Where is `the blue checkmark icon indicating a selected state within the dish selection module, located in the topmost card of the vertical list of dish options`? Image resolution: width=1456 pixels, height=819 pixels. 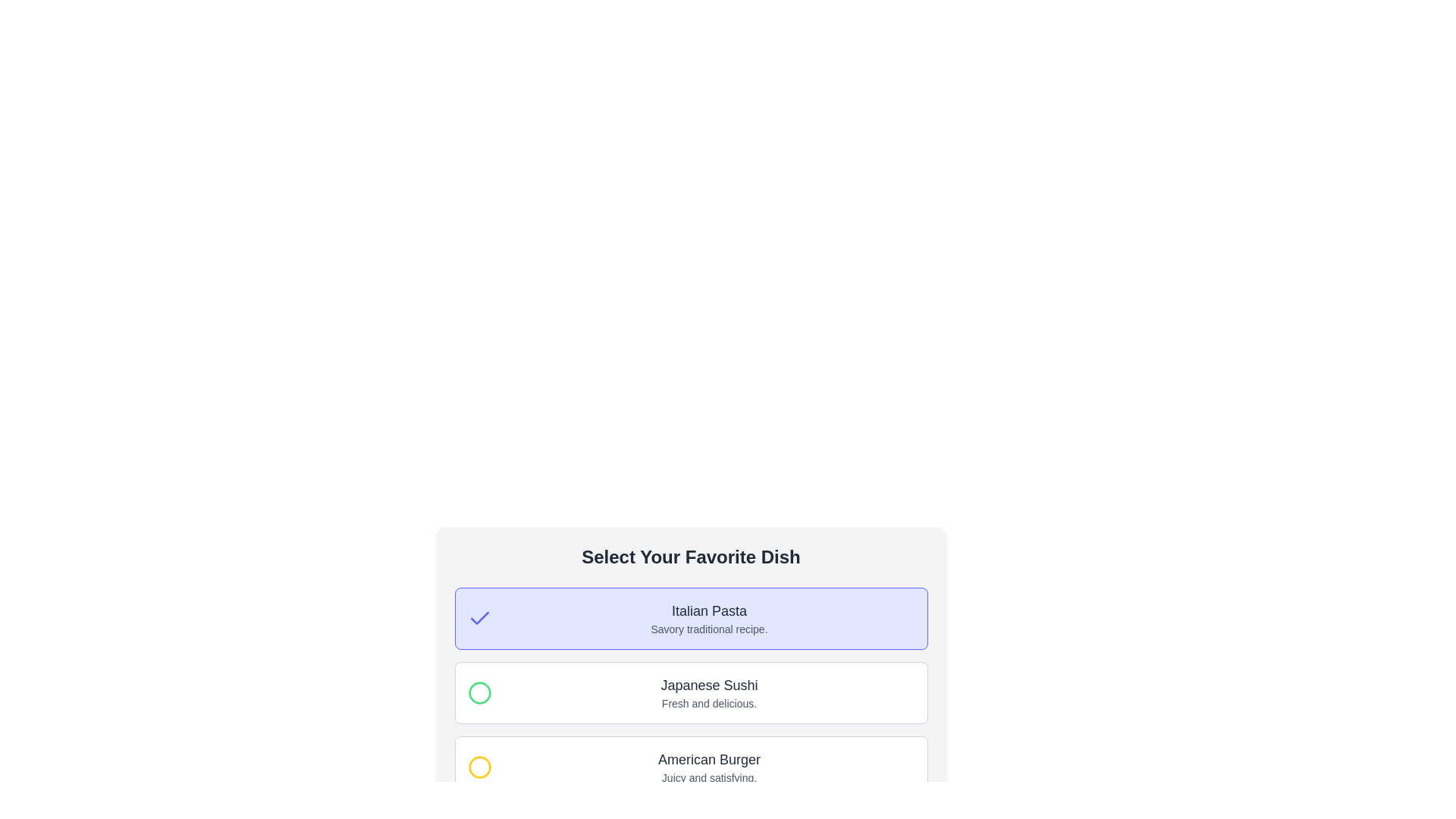 the blue checkmark icon indicating a selected state within the dish selection module, located in the topmost card of the vertical list of dish options is located at coordinates (479, 618).